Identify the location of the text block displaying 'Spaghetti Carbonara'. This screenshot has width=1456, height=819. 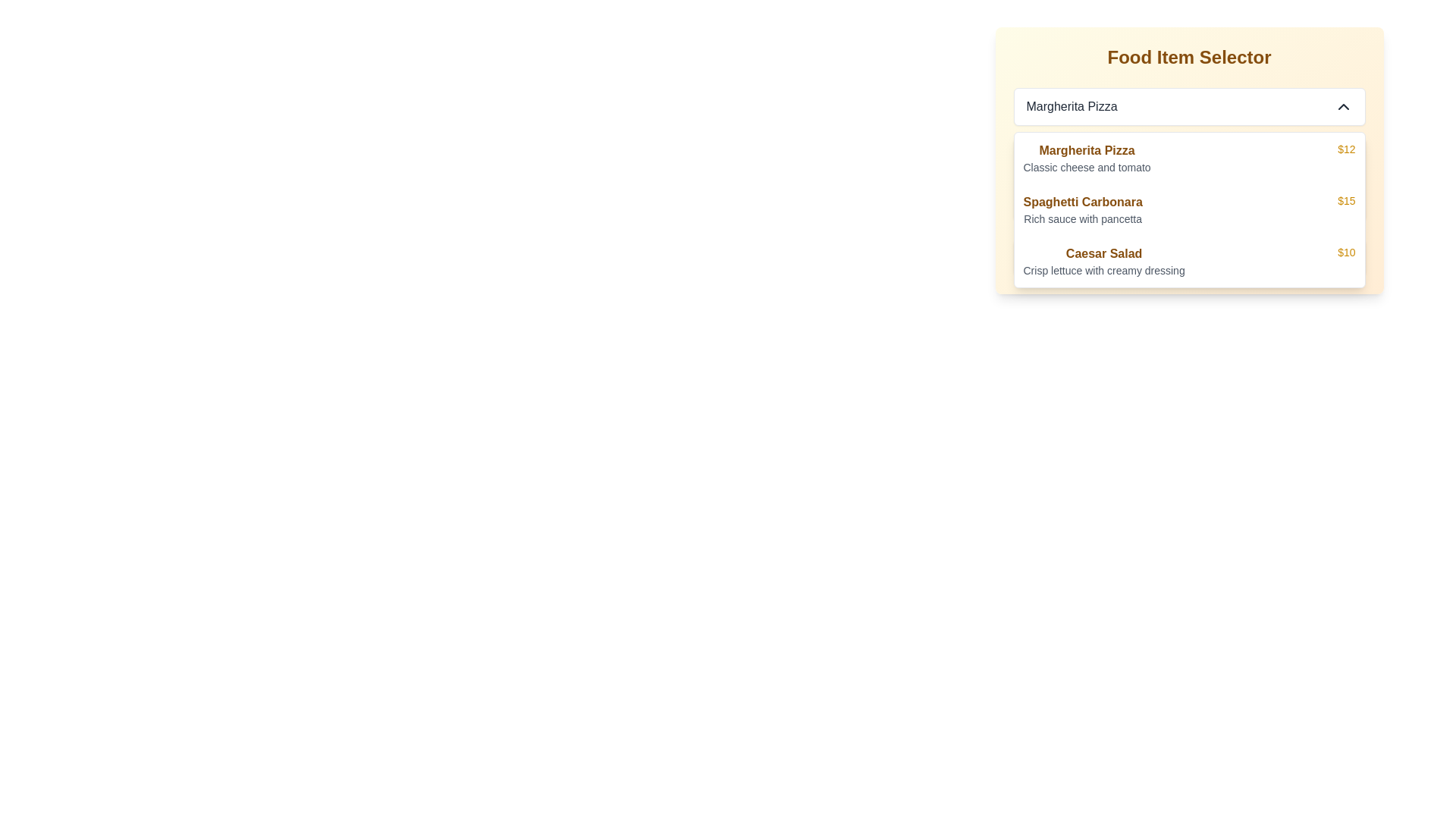
(1082, 210).